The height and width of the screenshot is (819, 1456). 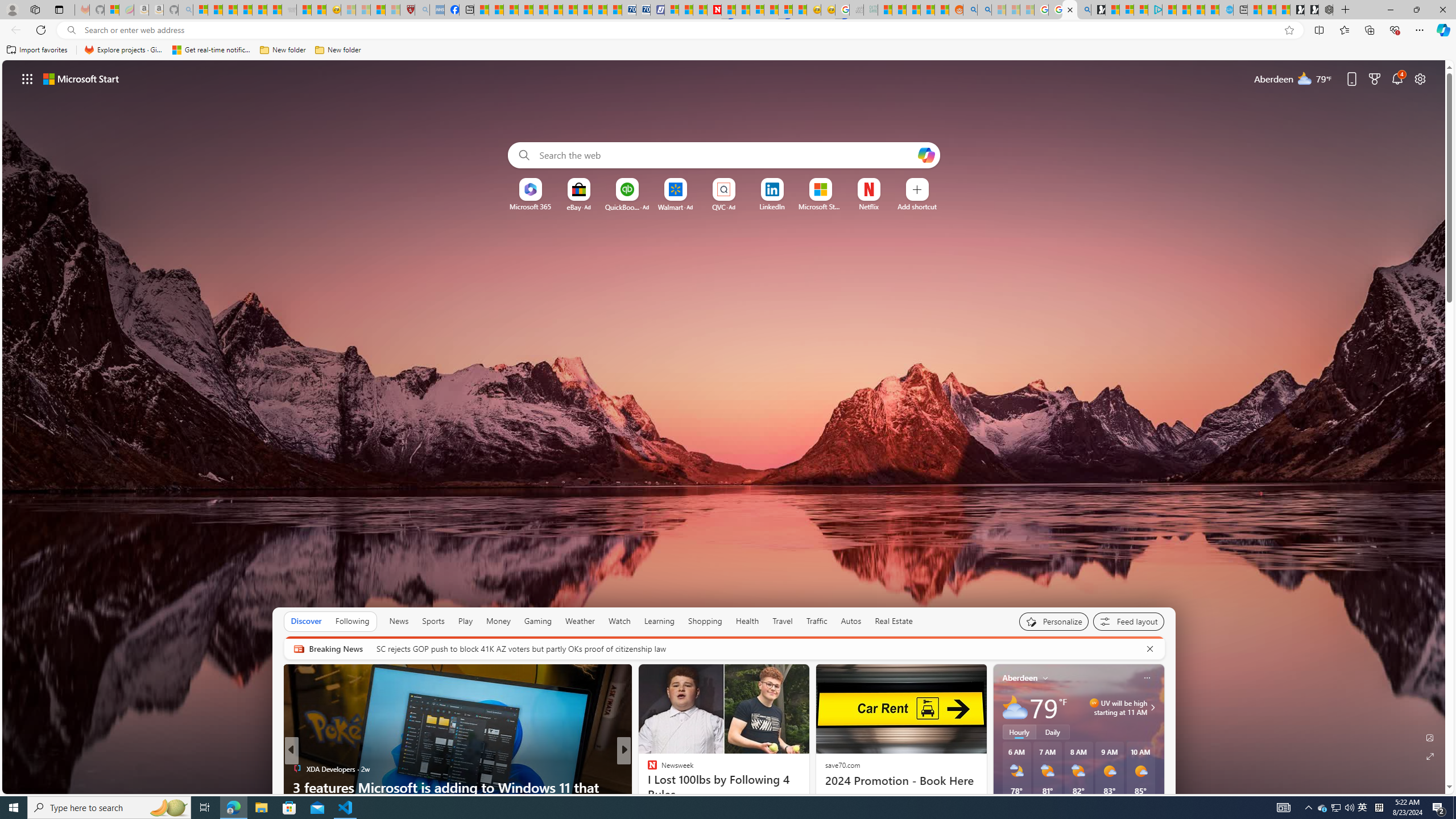 I want to click on 'save70.com', so click(x=841, y=764).